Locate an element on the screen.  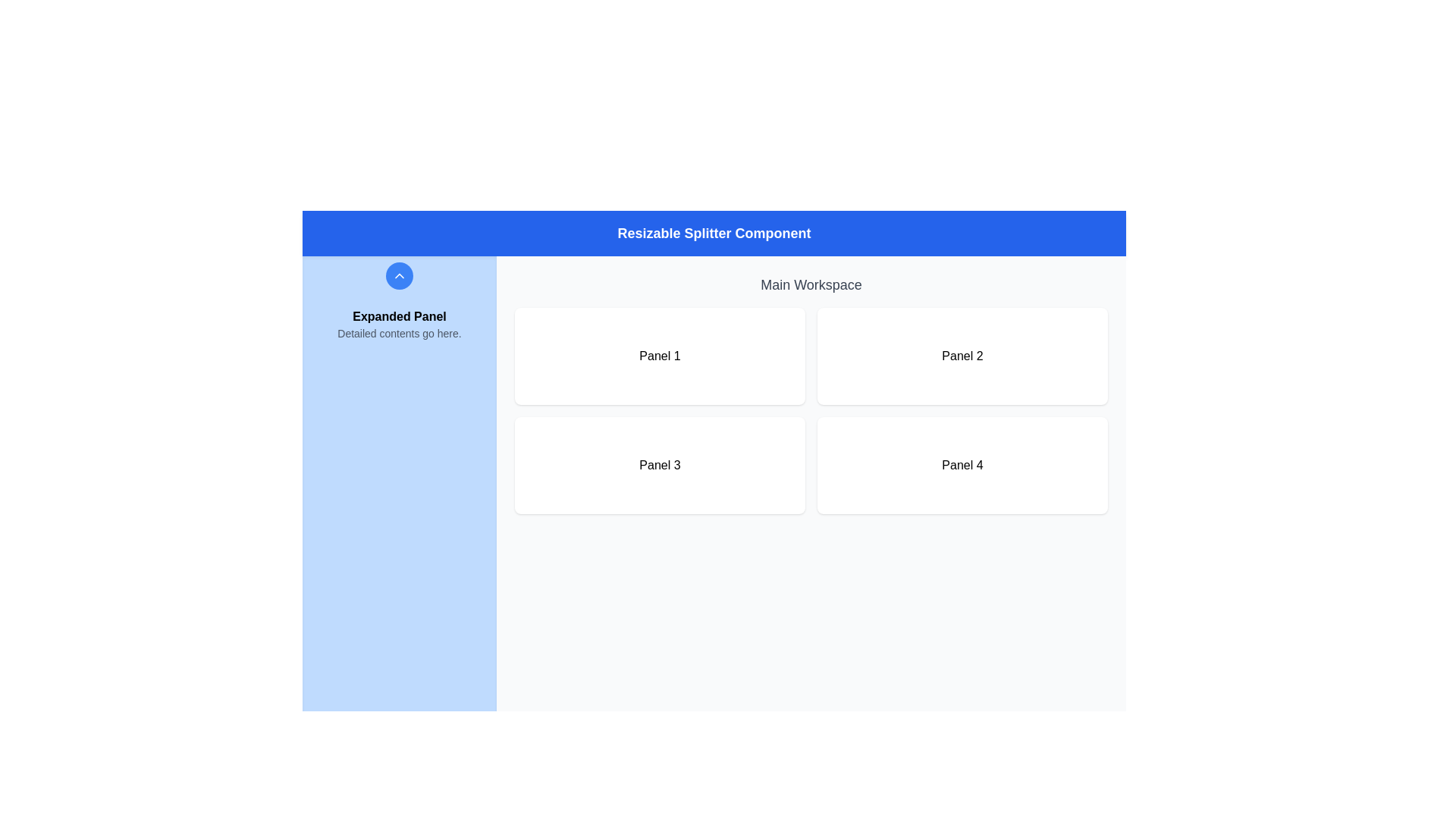
text contained within the static text element that has a blue background and displays 'Expanded Panel' and 'Detailed contents go here' in a vertically stacked sidebar is located at coordinates (400, 324).